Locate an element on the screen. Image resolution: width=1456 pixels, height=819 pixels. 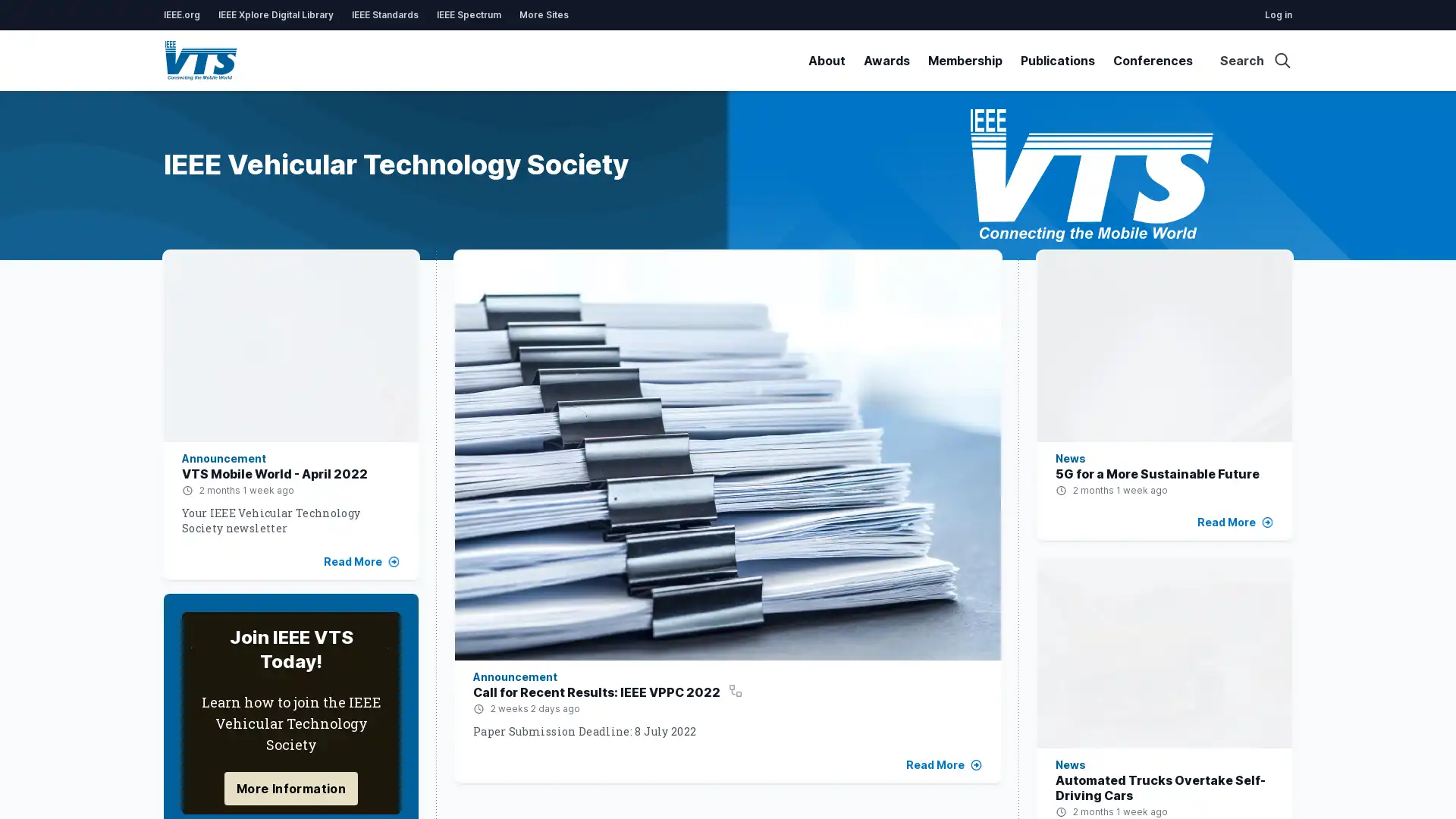
Search is located at coordinates (1256, 60).